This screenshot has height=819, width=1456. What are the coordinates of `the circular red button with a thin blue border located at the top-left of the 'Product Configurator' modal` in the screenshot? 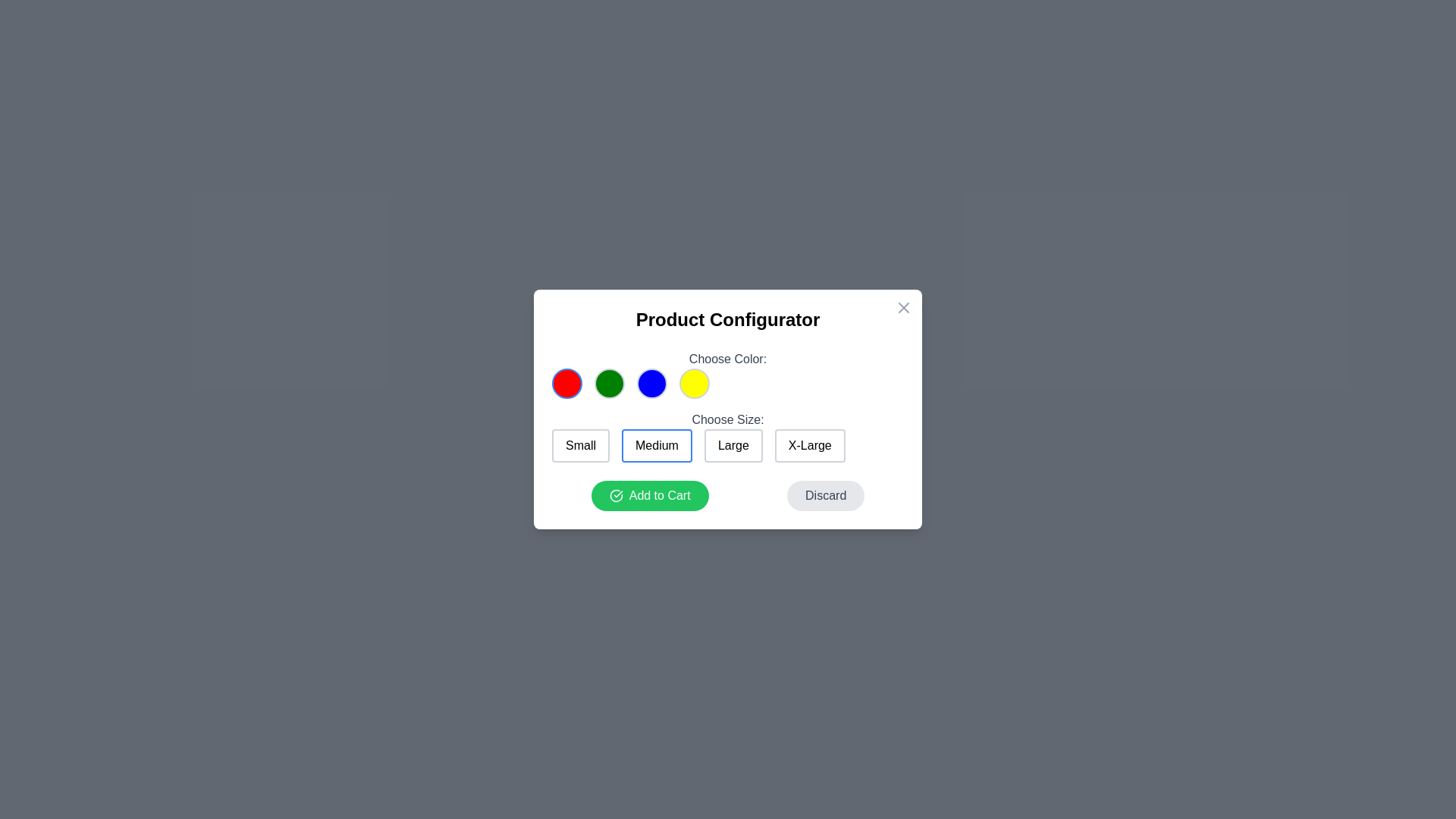 It's located at (566, 382).